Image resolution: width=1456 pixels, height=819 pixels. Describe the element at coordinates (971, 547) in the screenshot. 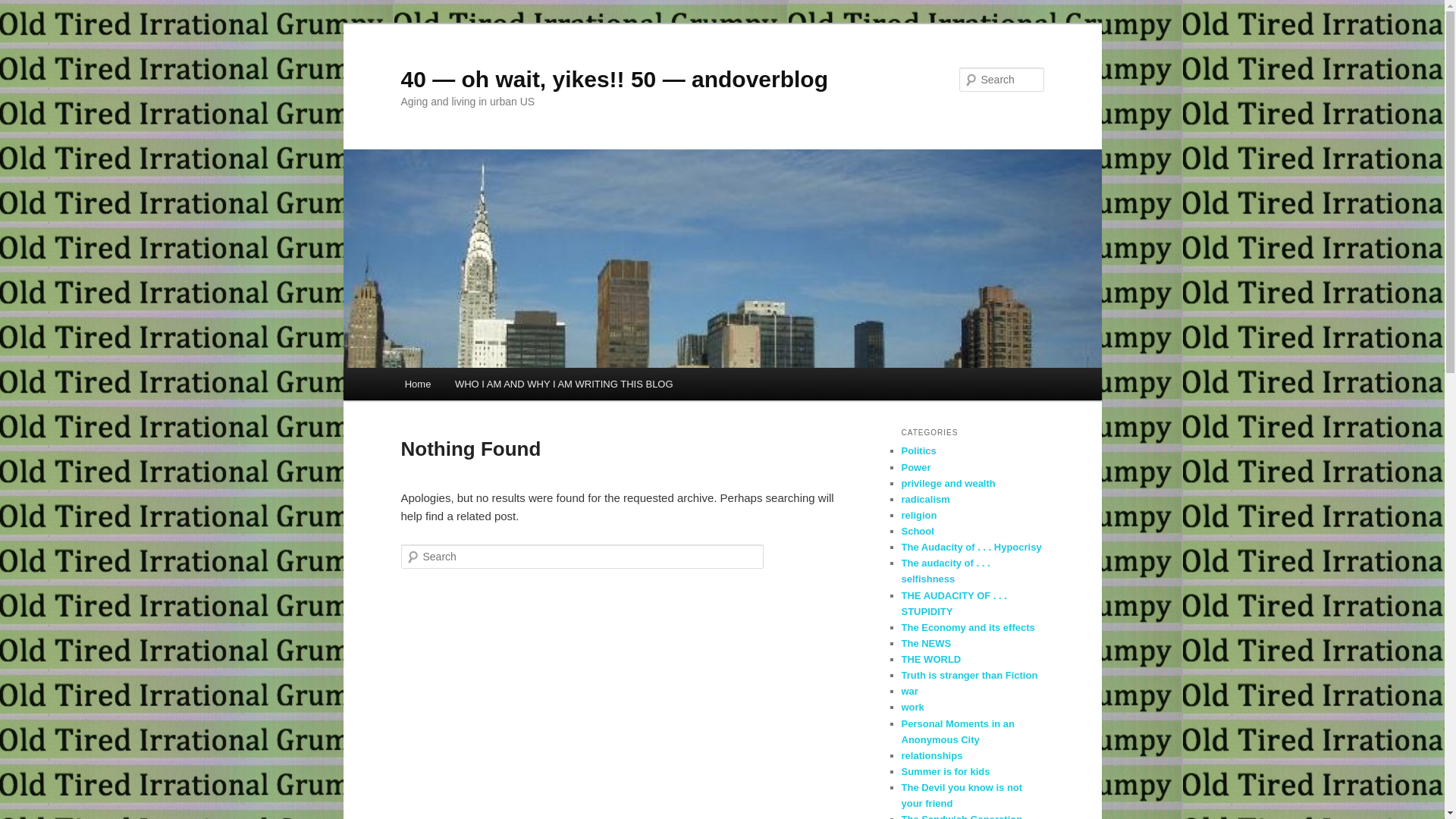

I see `'The Audacity of . . . Hypocrisy'` at that location.